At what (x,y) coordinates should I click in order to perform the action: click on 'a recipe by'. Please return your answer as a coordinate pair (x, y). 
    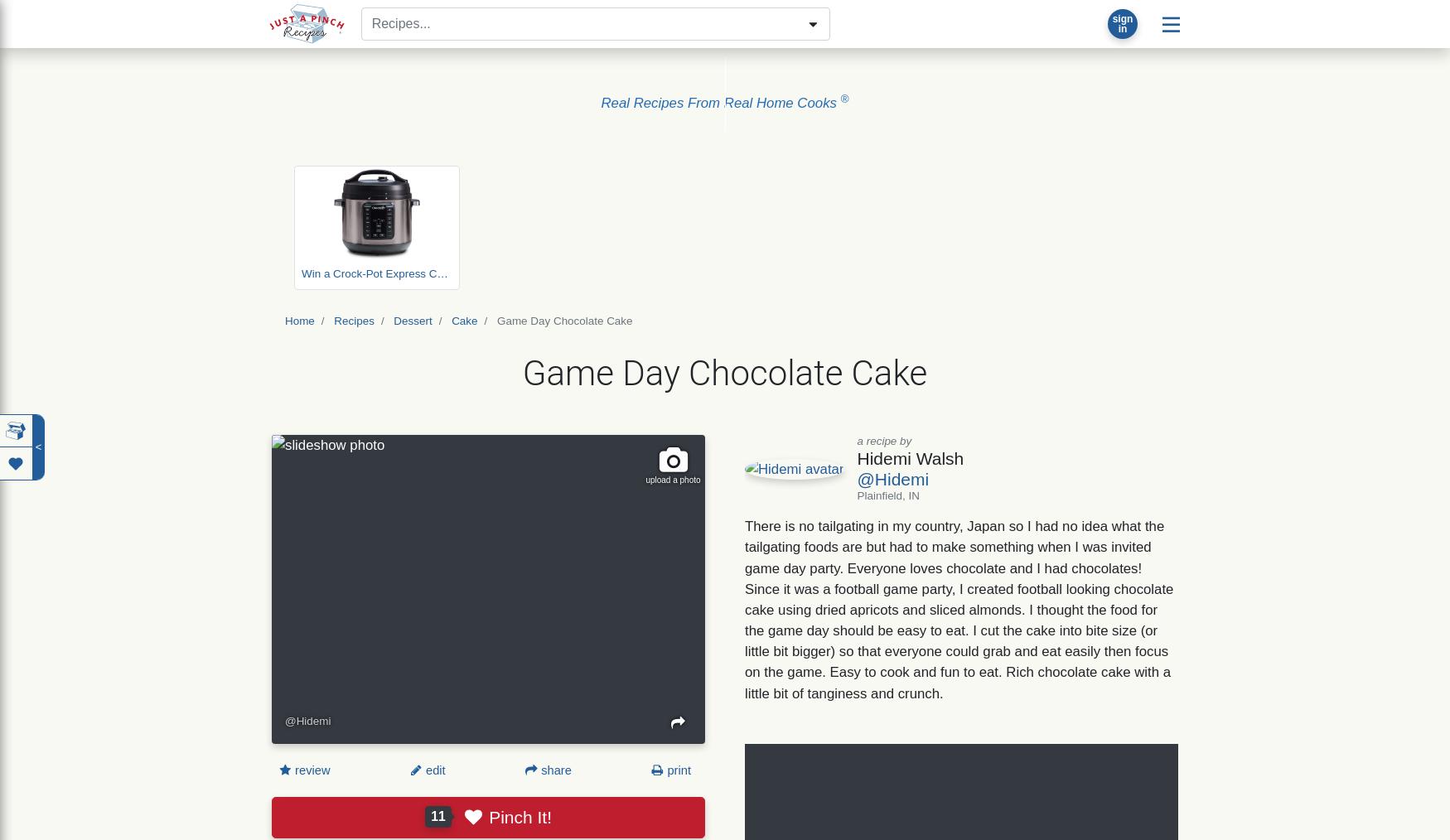
    Looking at the image, I should click on (883, 439).